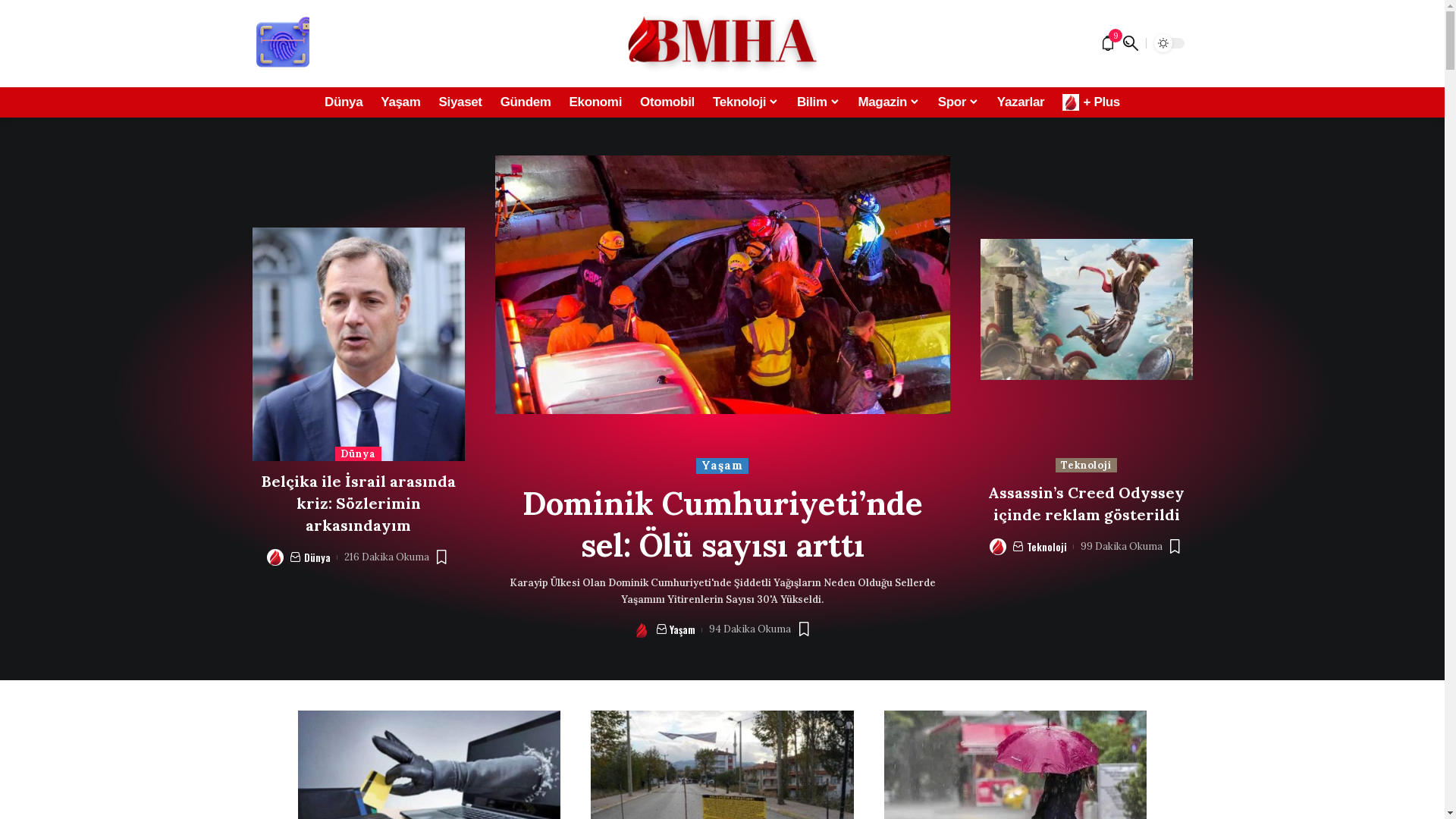 The width and height of the screenshot is (1456, 819). I want to click on 'Yazarlar', so click(1021, 102).